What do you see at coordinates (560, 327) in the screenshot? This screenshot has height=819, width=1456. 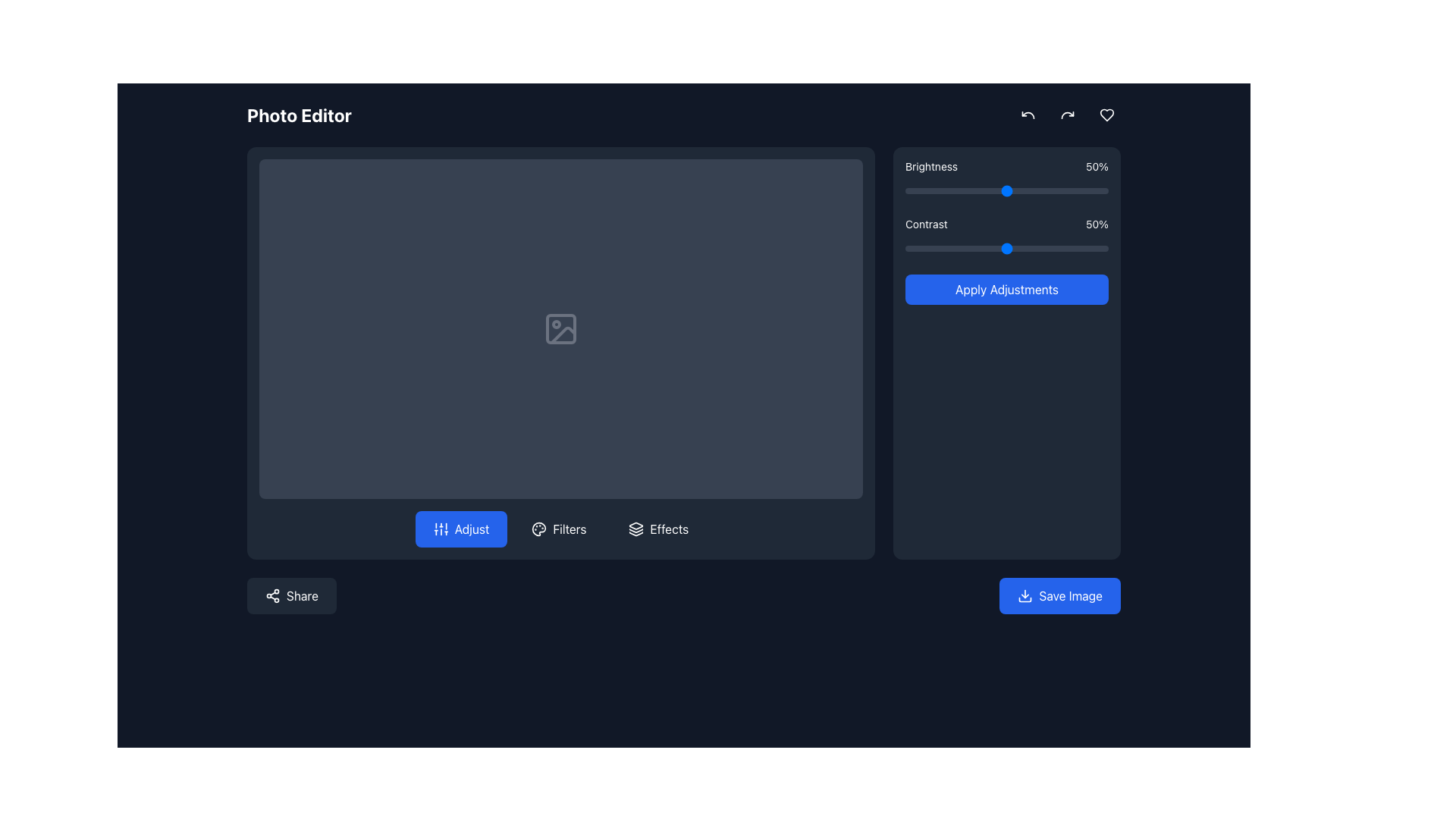 I see `the Content placeholder located prominently in the center of the left panel of the interface, which serves as a preview for photo editing content` at bounding box center [560, 327].